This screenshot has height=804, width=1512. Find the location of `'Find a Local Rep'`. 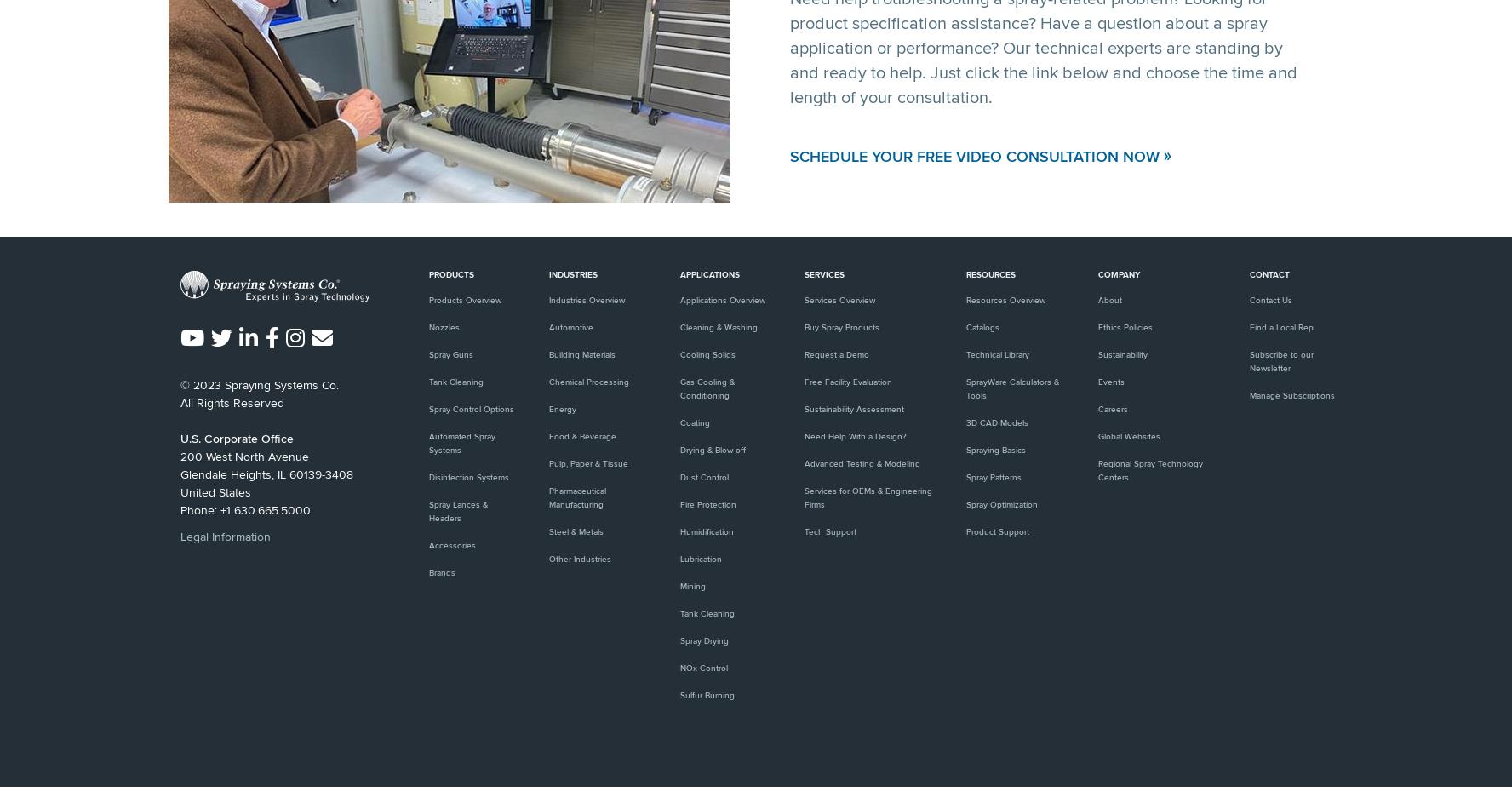

'Find a Local Rep' is located at coordinates (1248, 327).